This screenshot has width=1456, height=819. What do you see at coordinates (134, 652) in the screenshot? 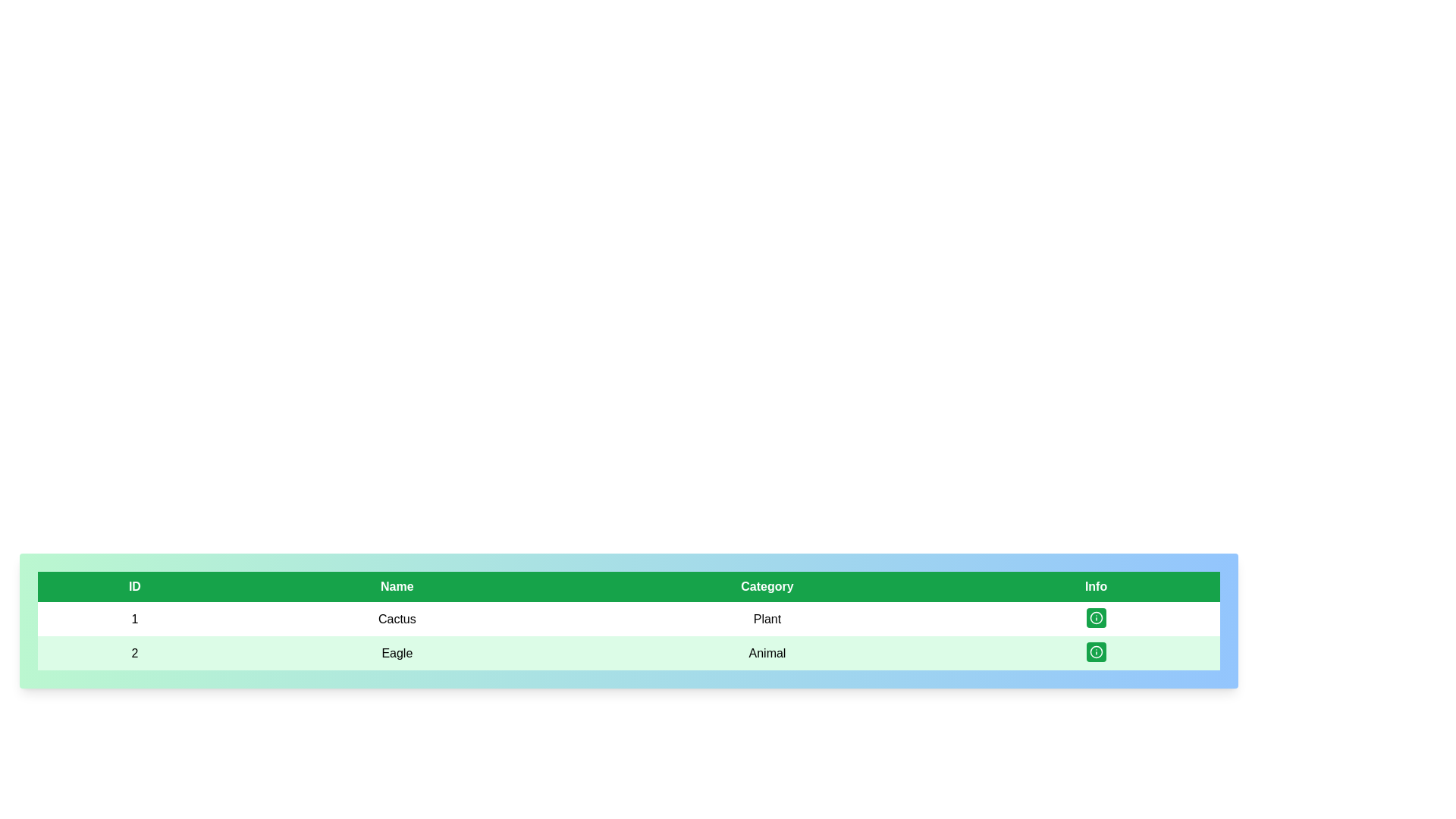
I see `the text display element that shows the numerical identifier for the second row of the table` at bounding box center [134, 652].